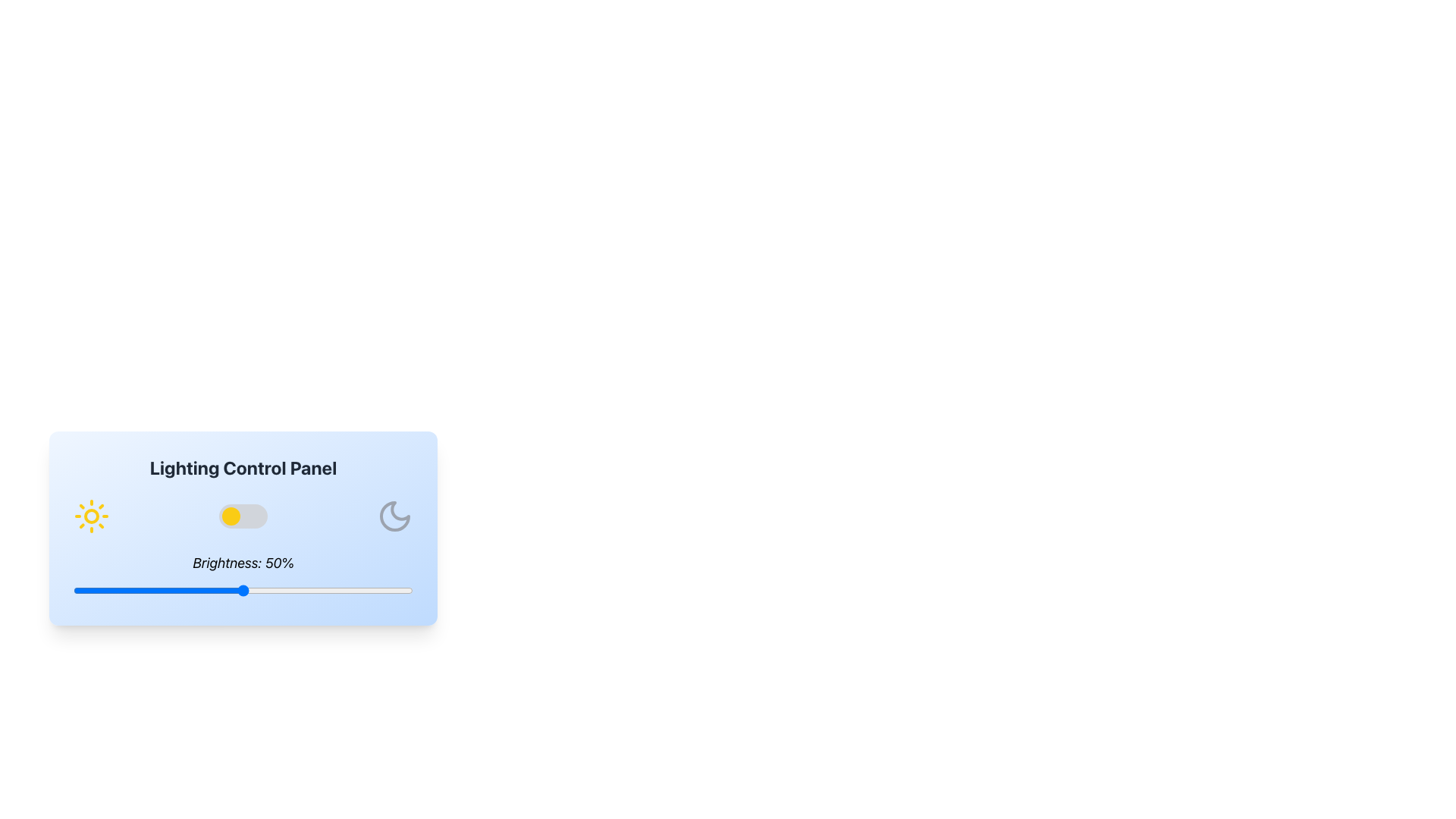  Describe the element at coordinates (225, 590) in the screenshot. I see `the brightness level` at that location.